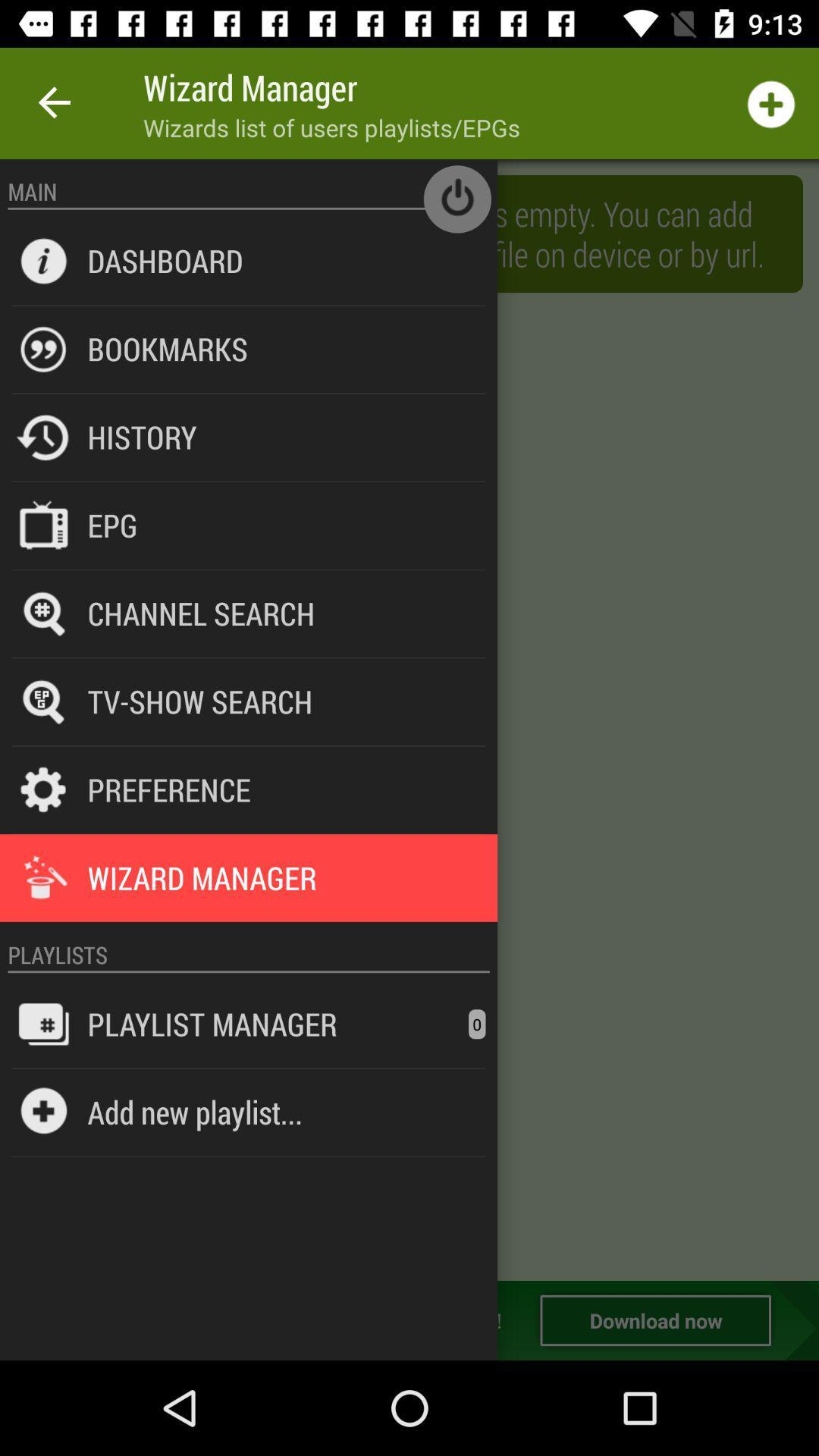 The image size is (819, 1456). I want to click on the download now, so click(654, 1319).